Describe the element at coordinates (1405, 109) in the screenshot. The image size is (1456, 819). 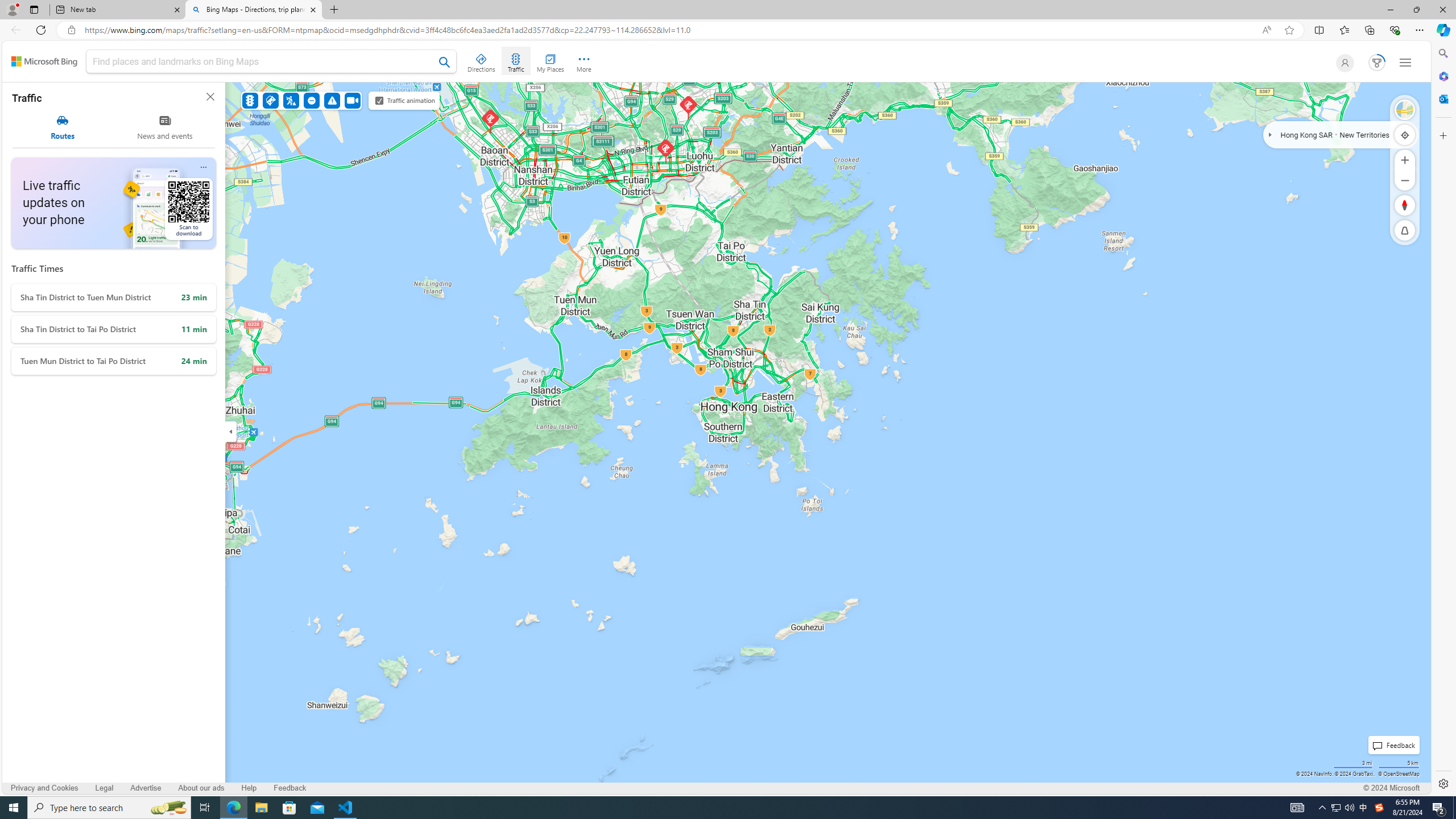
I see `'Streetside'` at that location.